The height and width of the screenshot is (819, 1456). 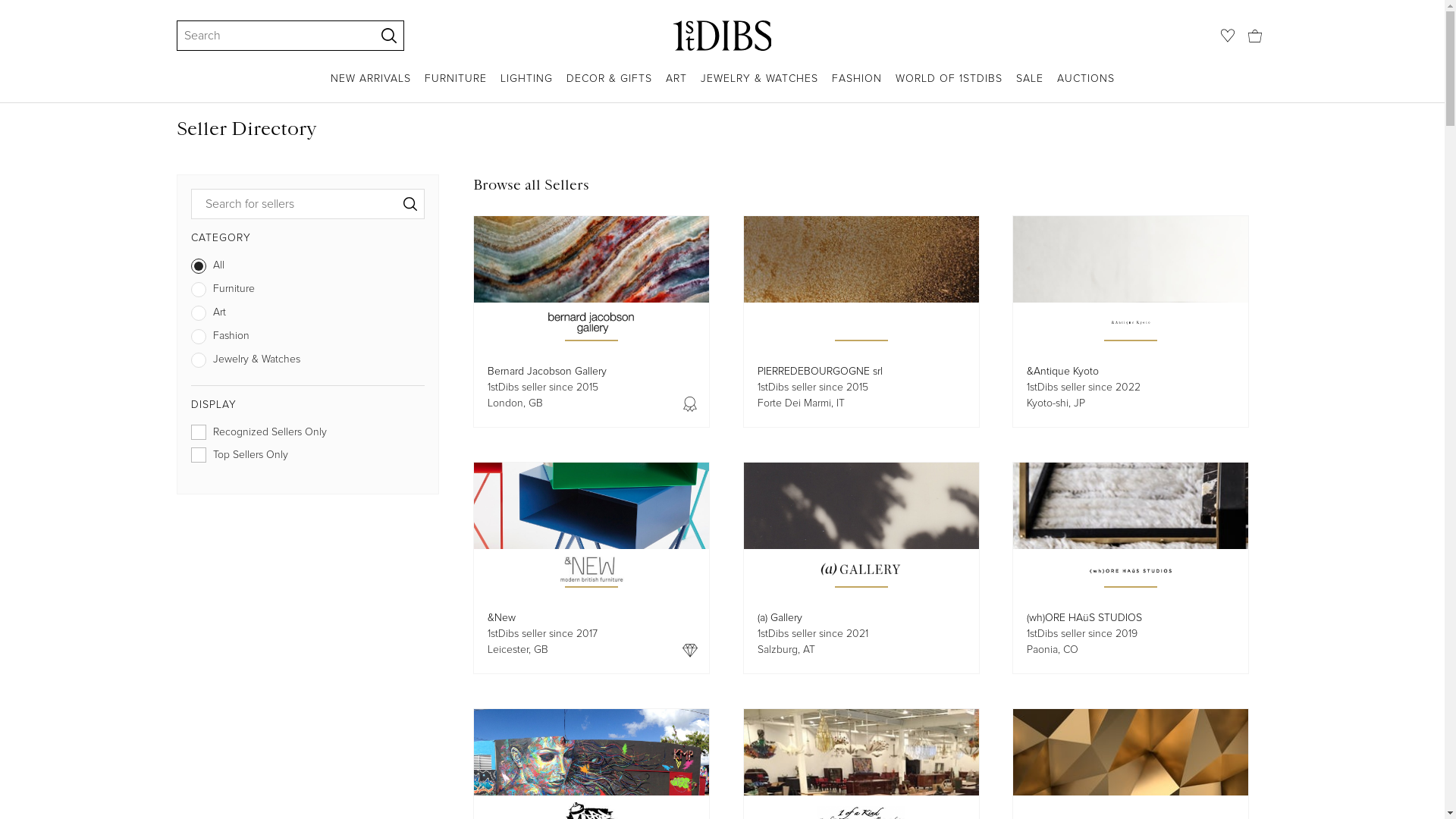 What do you see at coordinates (307, 338) in the screenshot?
I see `'Fashion'` at bounding box center [307, 338].